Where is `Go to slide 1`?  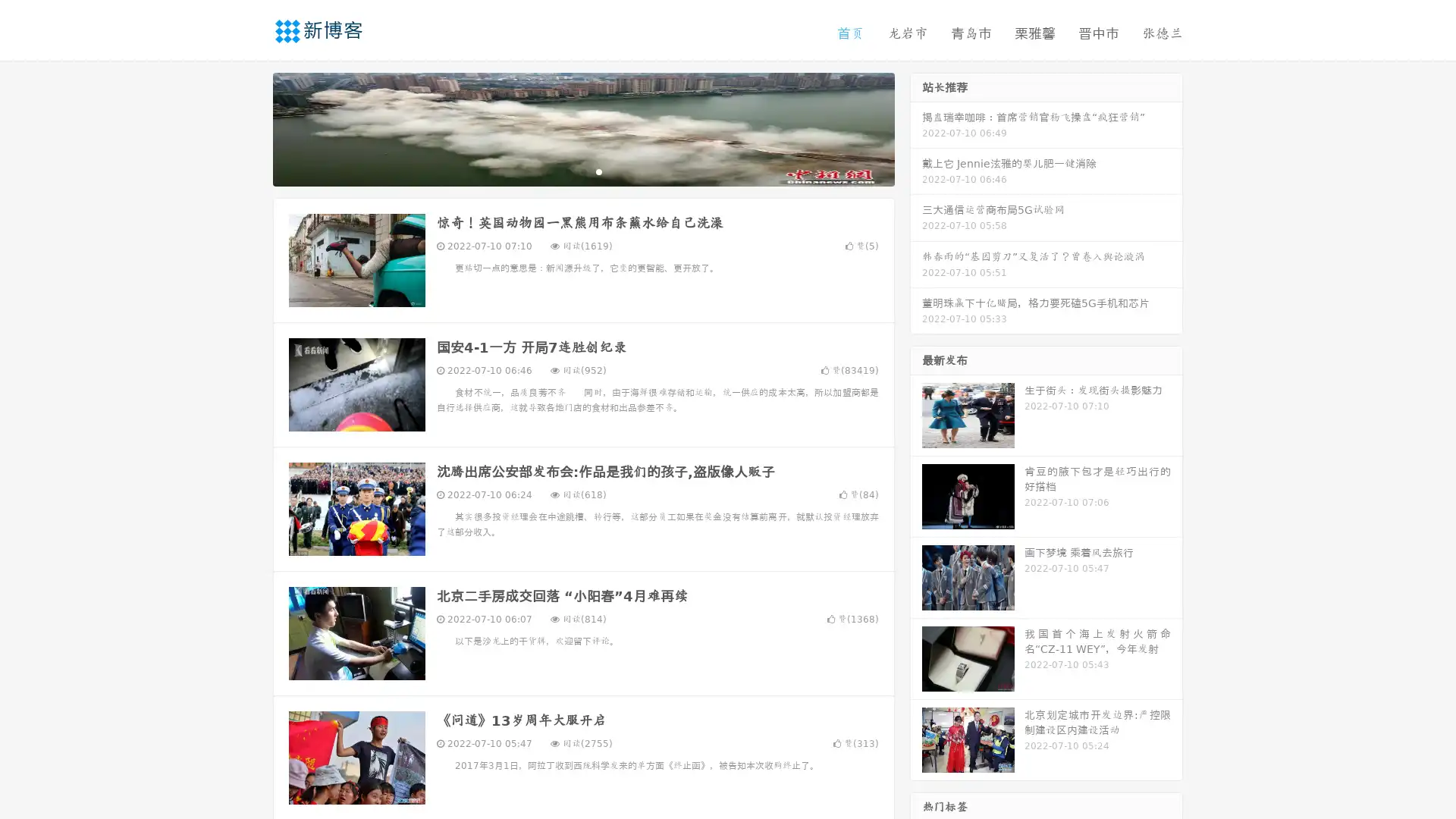
Go to slide 1 is located at coordinates (567, 171).